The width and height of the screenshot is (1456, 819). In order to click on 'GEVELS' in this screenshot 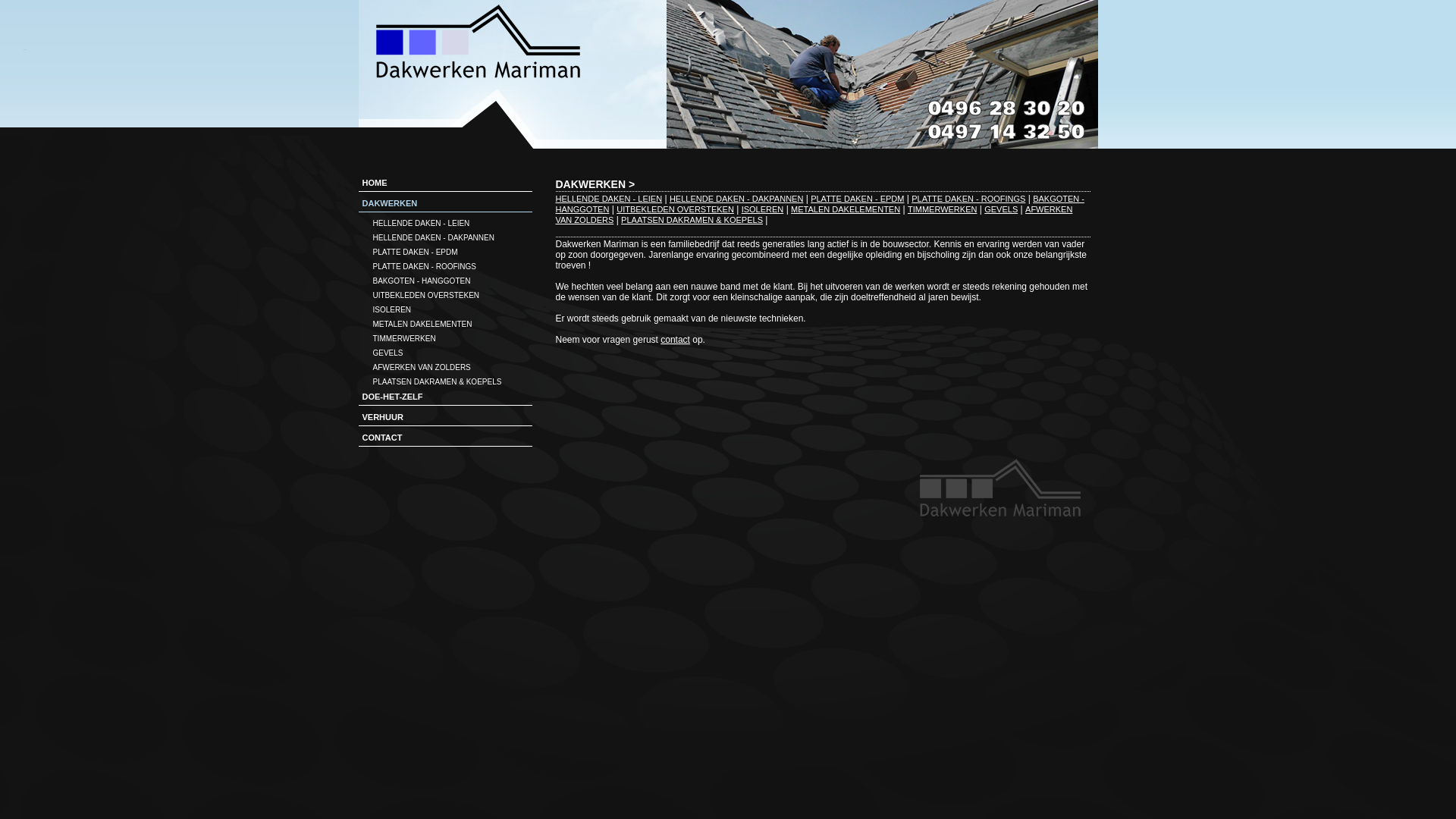, I will do `click(359, 352)`.